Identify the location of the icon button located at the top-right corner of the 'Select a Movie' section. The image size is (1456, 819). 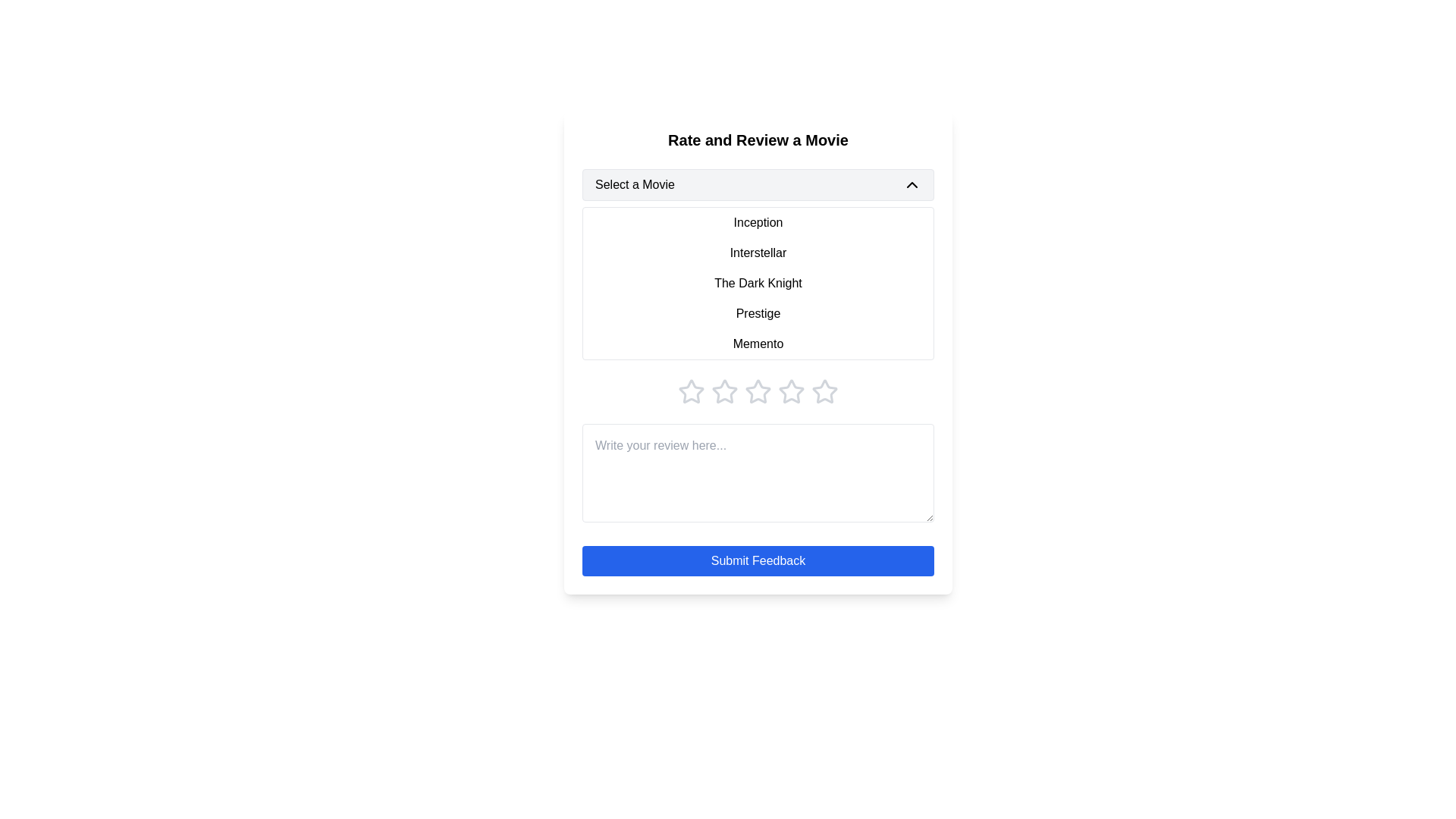
(912, 184).